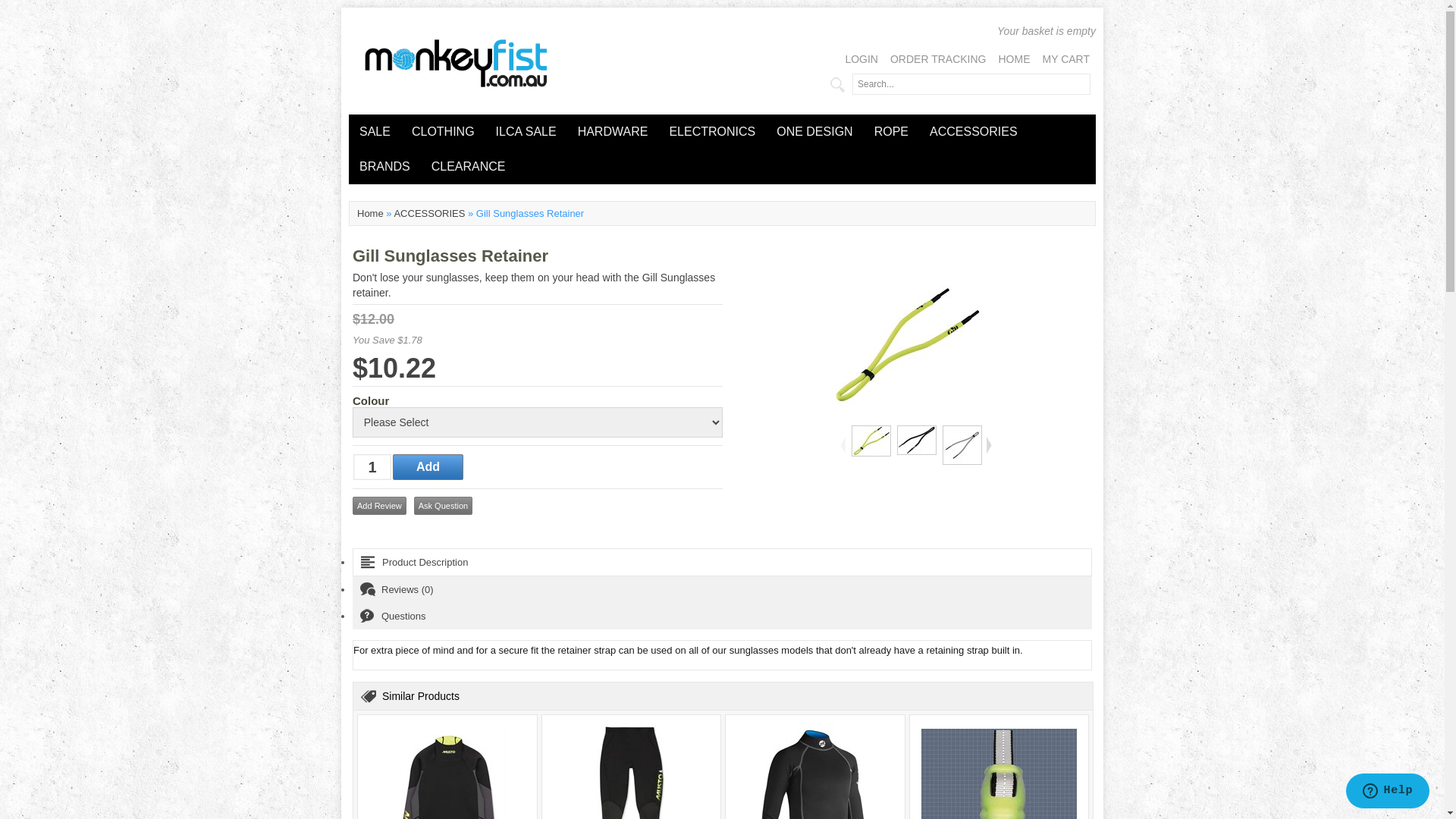 The image size is (1456, 819). I want to click on 'SALE', so click(375, 130).